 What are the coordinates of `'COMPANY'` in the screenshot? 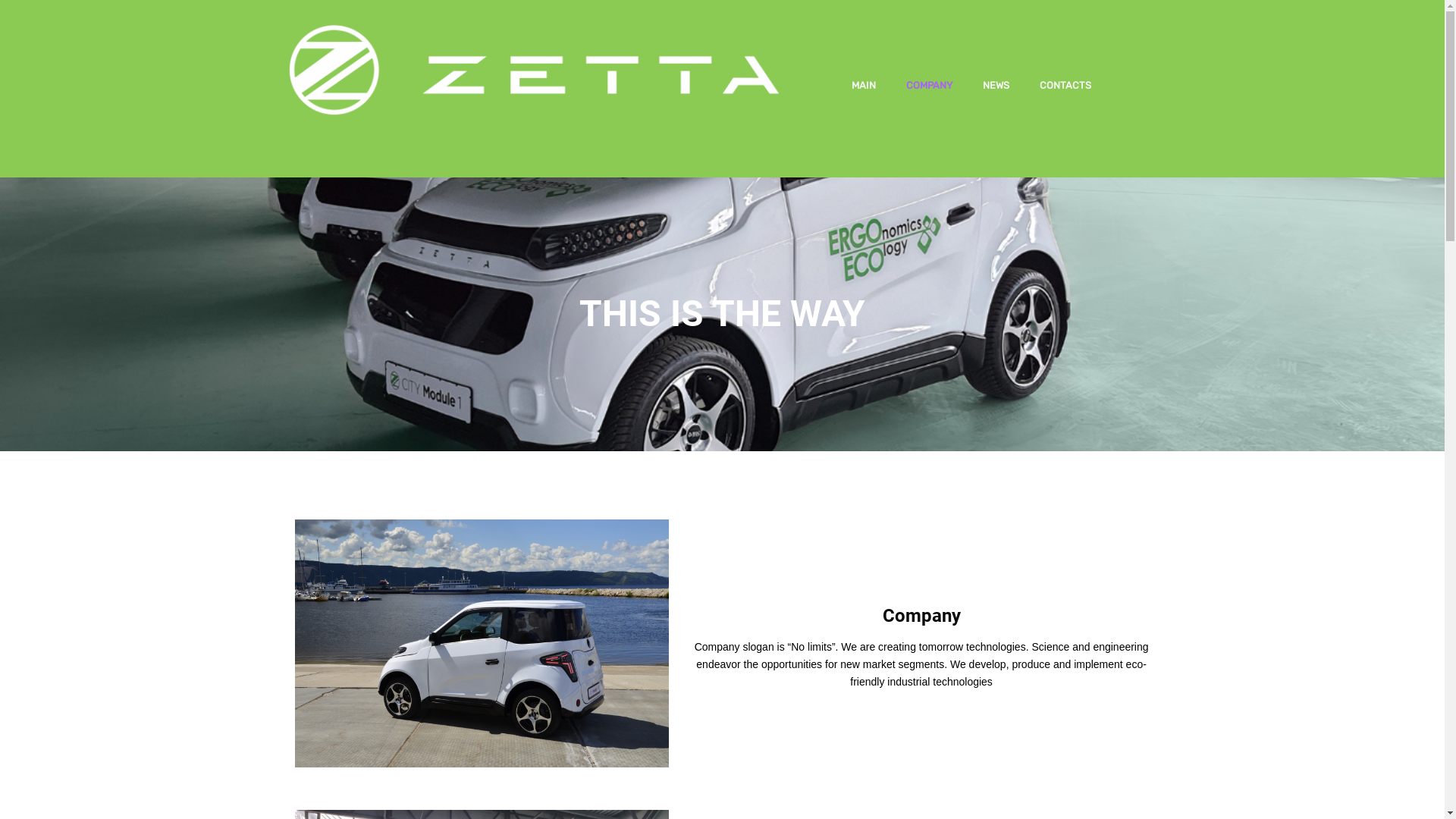 It's located at (928, 85).